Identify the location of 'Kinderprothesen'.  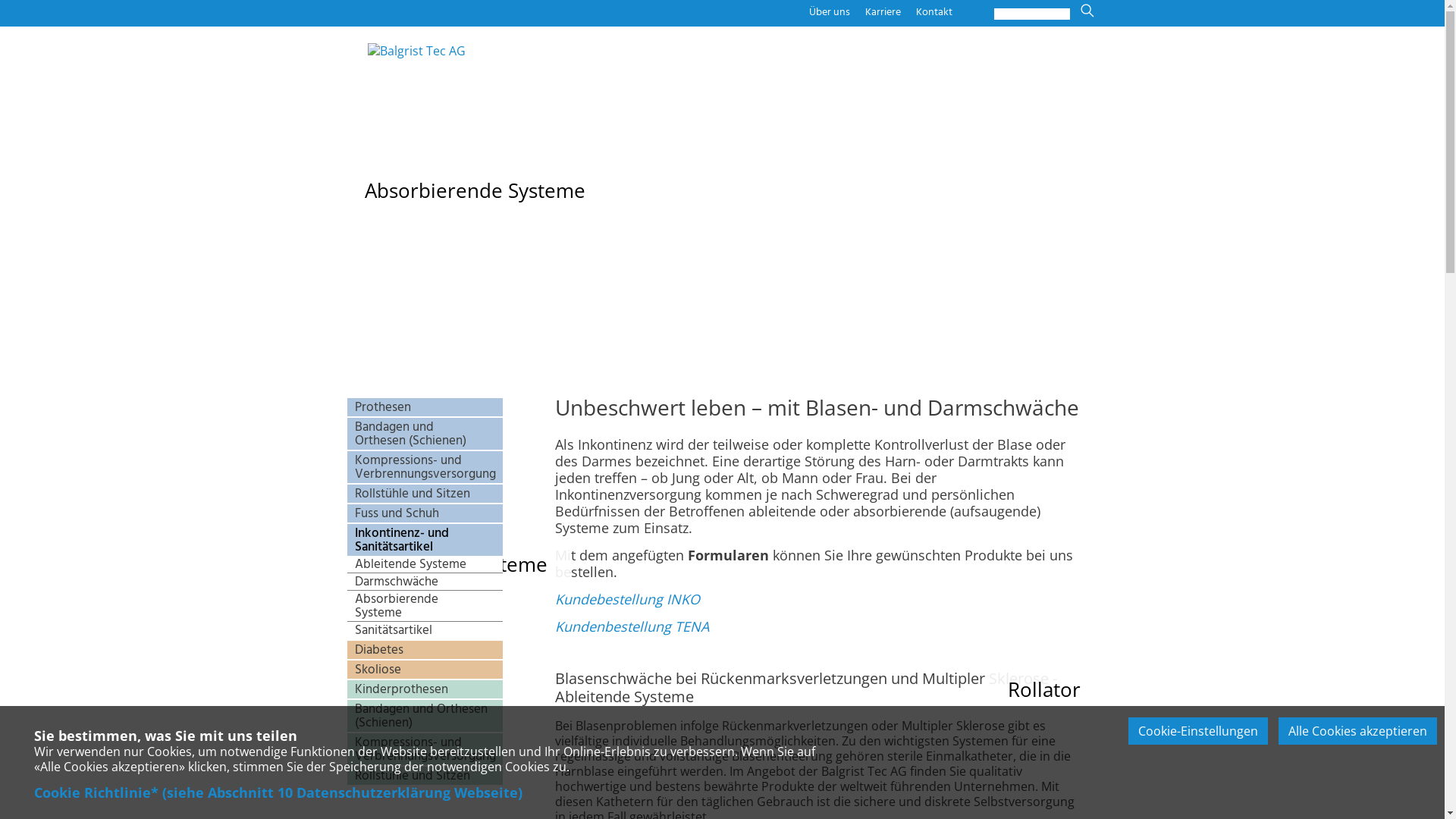
(346, 689).